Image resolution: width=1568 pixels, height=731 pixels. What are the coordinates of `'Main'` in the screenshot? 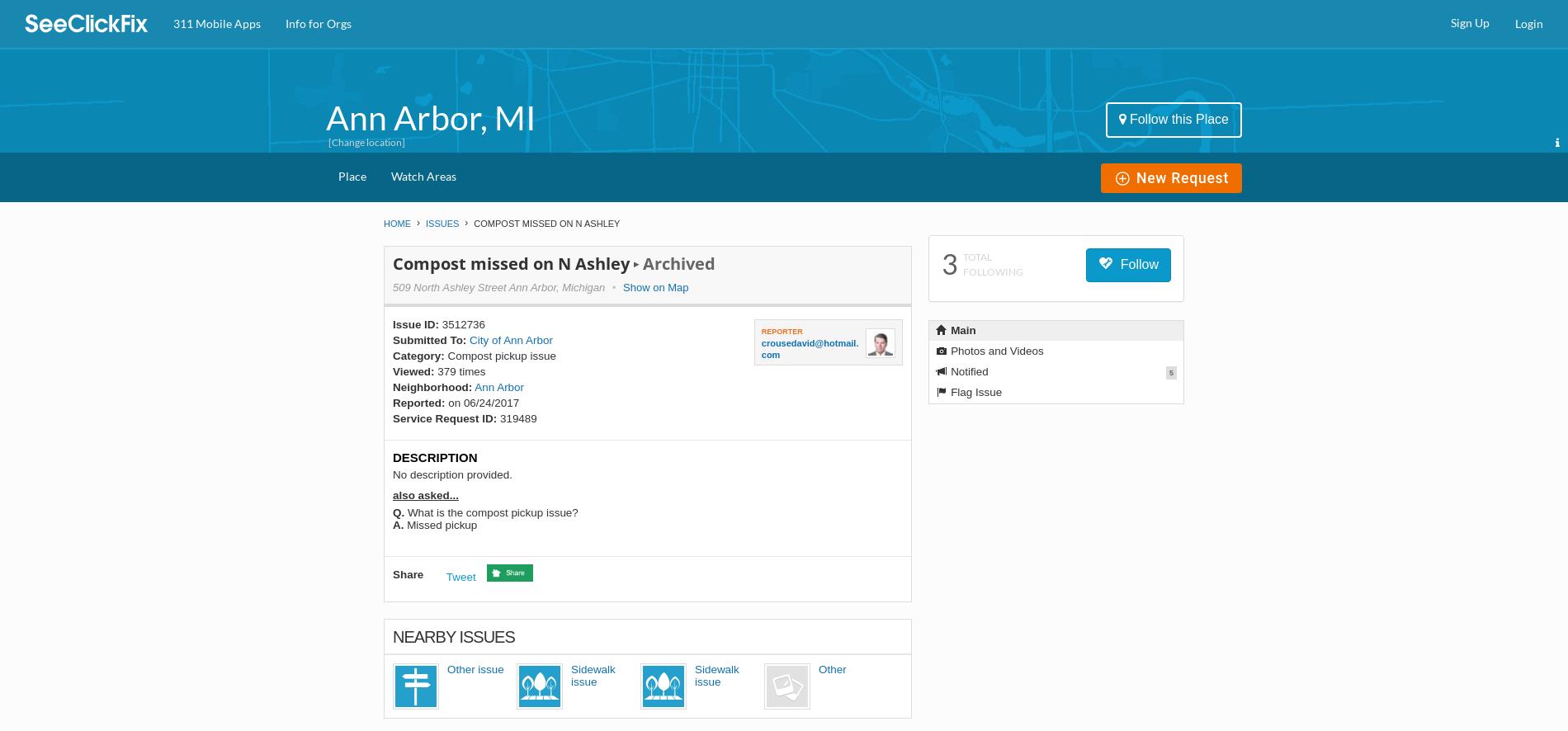 It's located at (961, 329).